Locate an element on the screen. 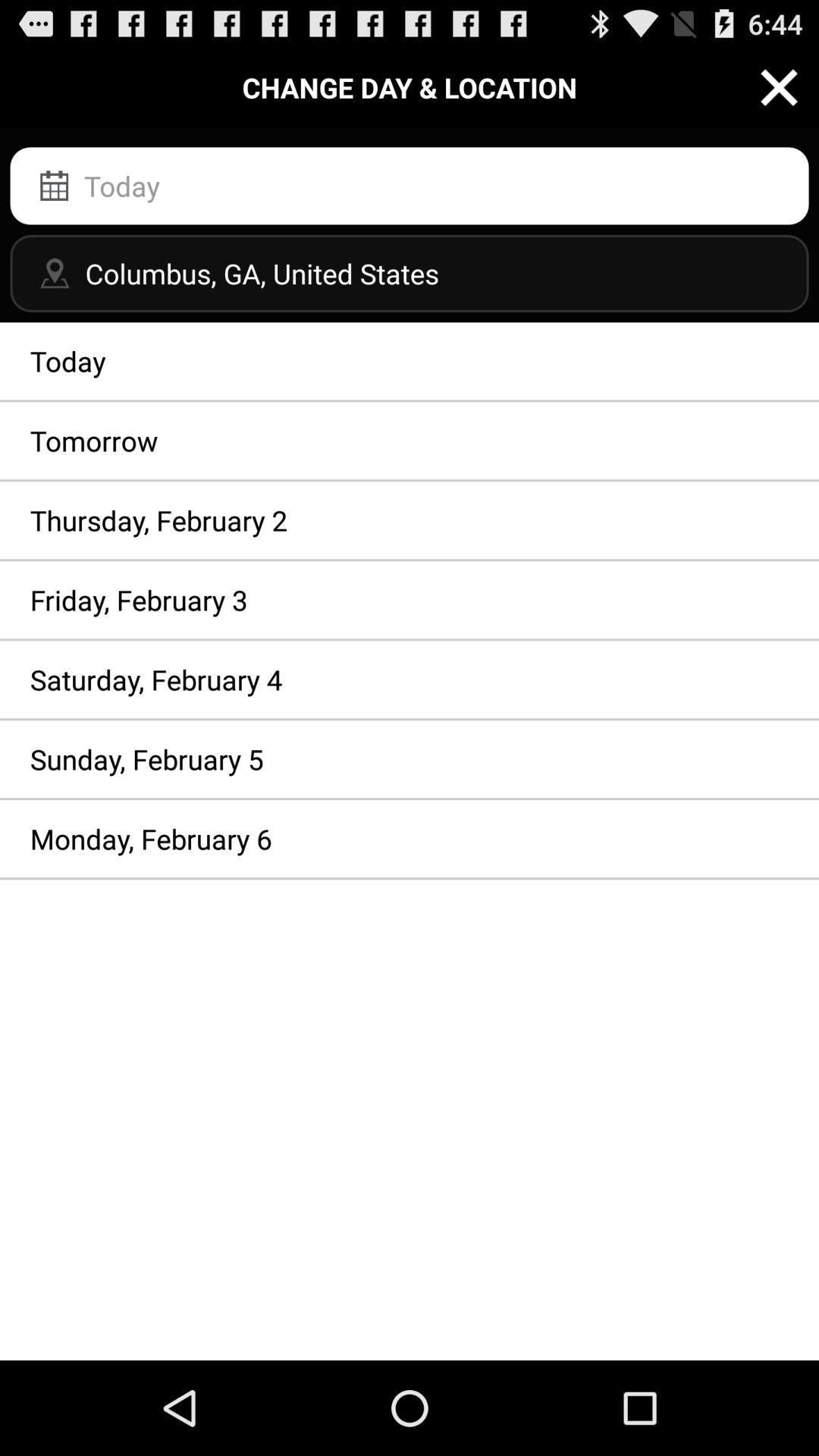 This screenshot has height=1456, width=819. today item is located at coordinates (409, 360).